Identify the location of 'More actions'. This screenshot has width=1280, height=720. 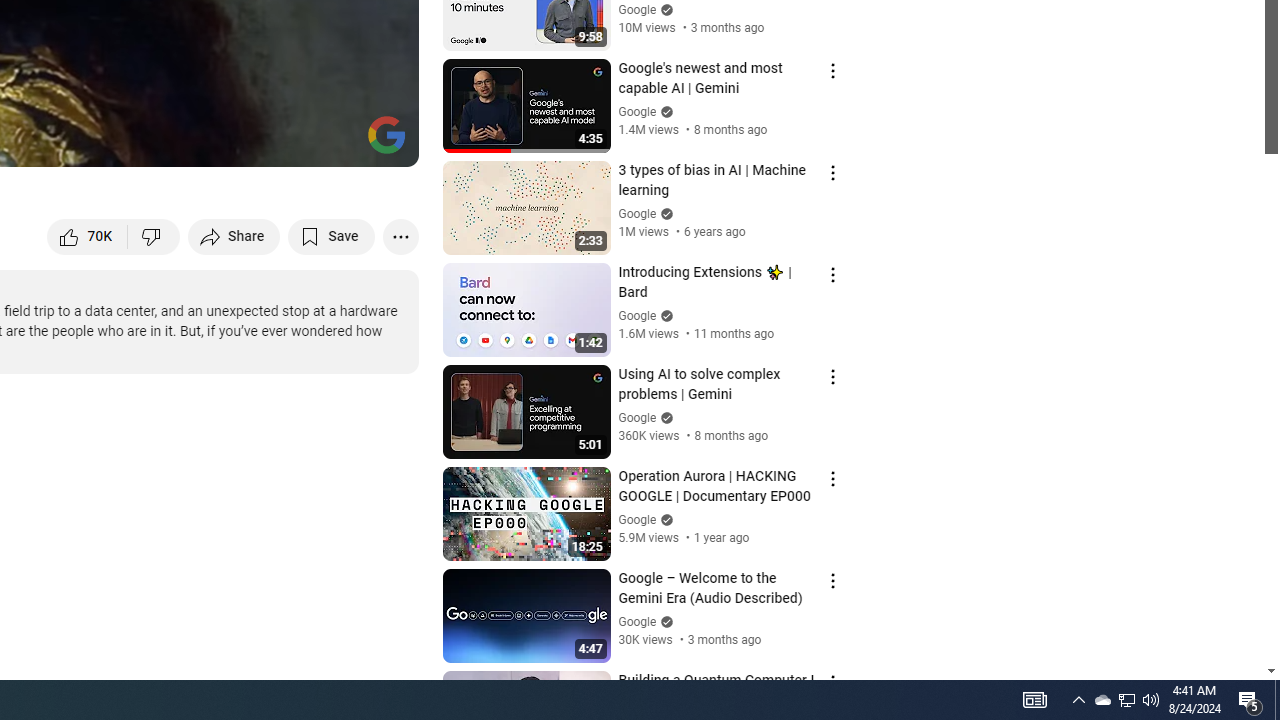
(400, 235).